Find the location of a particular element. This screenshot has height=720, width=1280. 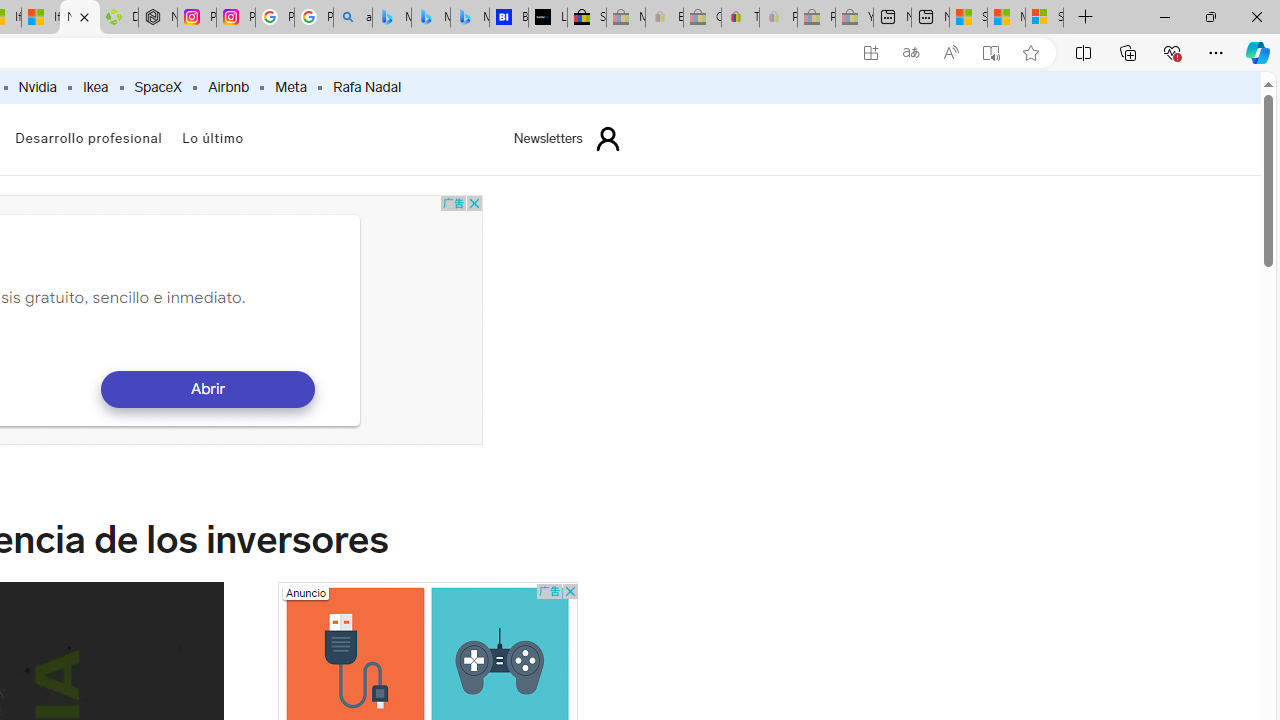

'Airbnb' is located at coordinates (227, 87).